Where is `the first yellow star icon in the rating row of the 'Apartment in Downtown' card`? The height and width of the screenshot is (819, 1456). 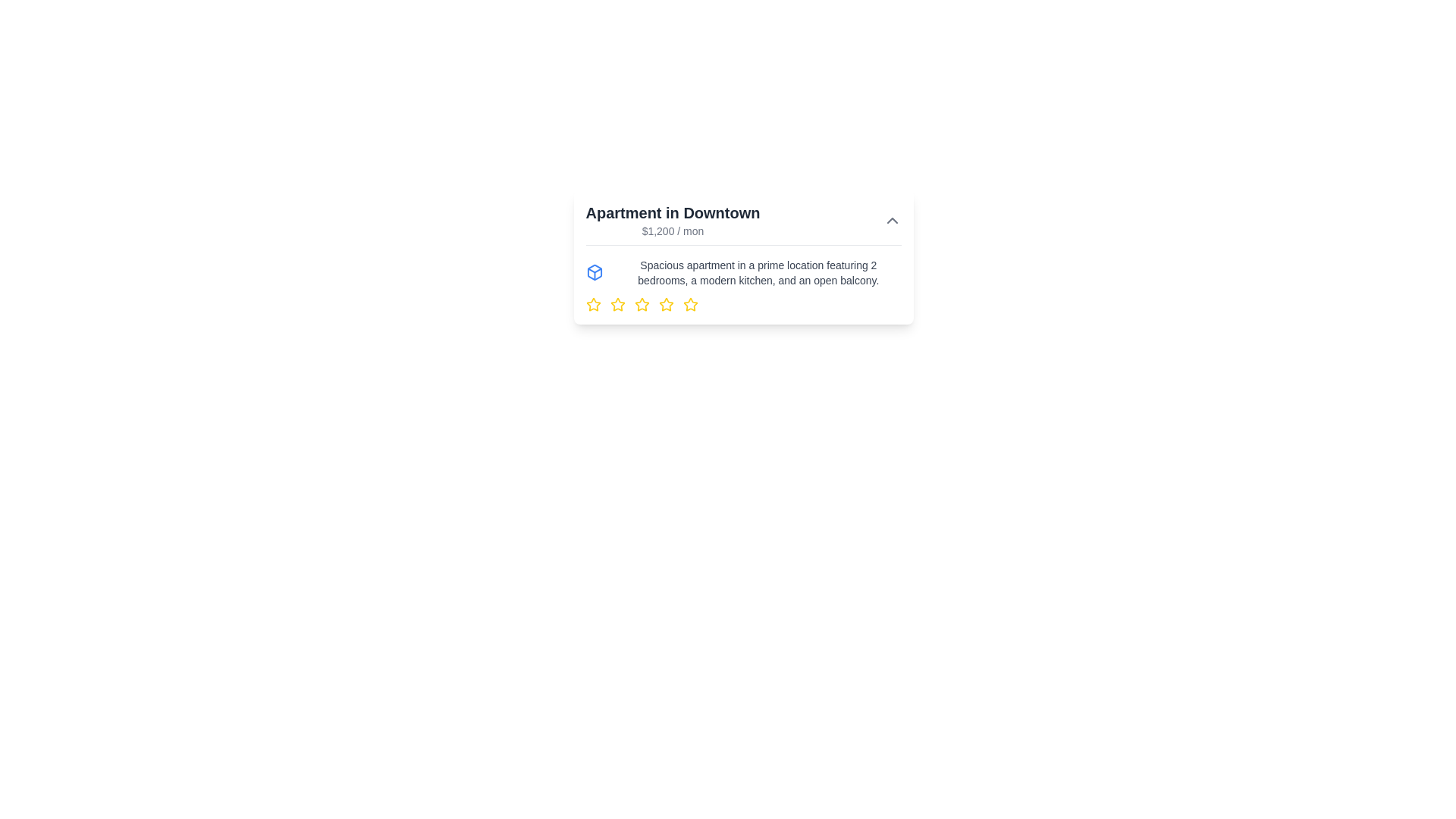
the first yellow star icon in the rating row of the 'Apartment in Downtown' card is located at coordinates (617, 304).